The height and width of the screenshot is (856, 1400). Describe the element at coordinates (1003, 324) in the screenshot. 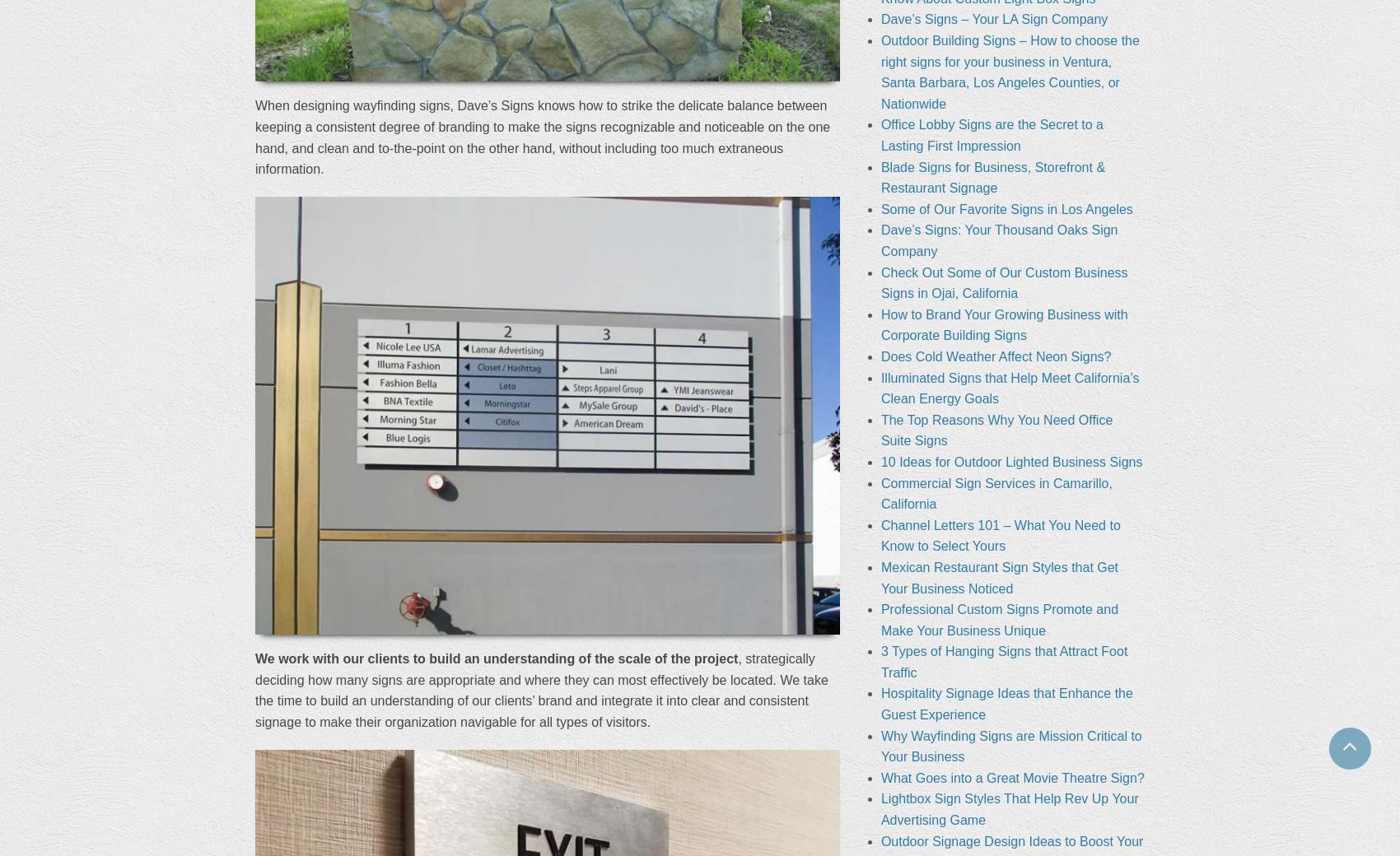

I see `'How to Brand Your Growing Business with Corporate Building Signs'` at that location.